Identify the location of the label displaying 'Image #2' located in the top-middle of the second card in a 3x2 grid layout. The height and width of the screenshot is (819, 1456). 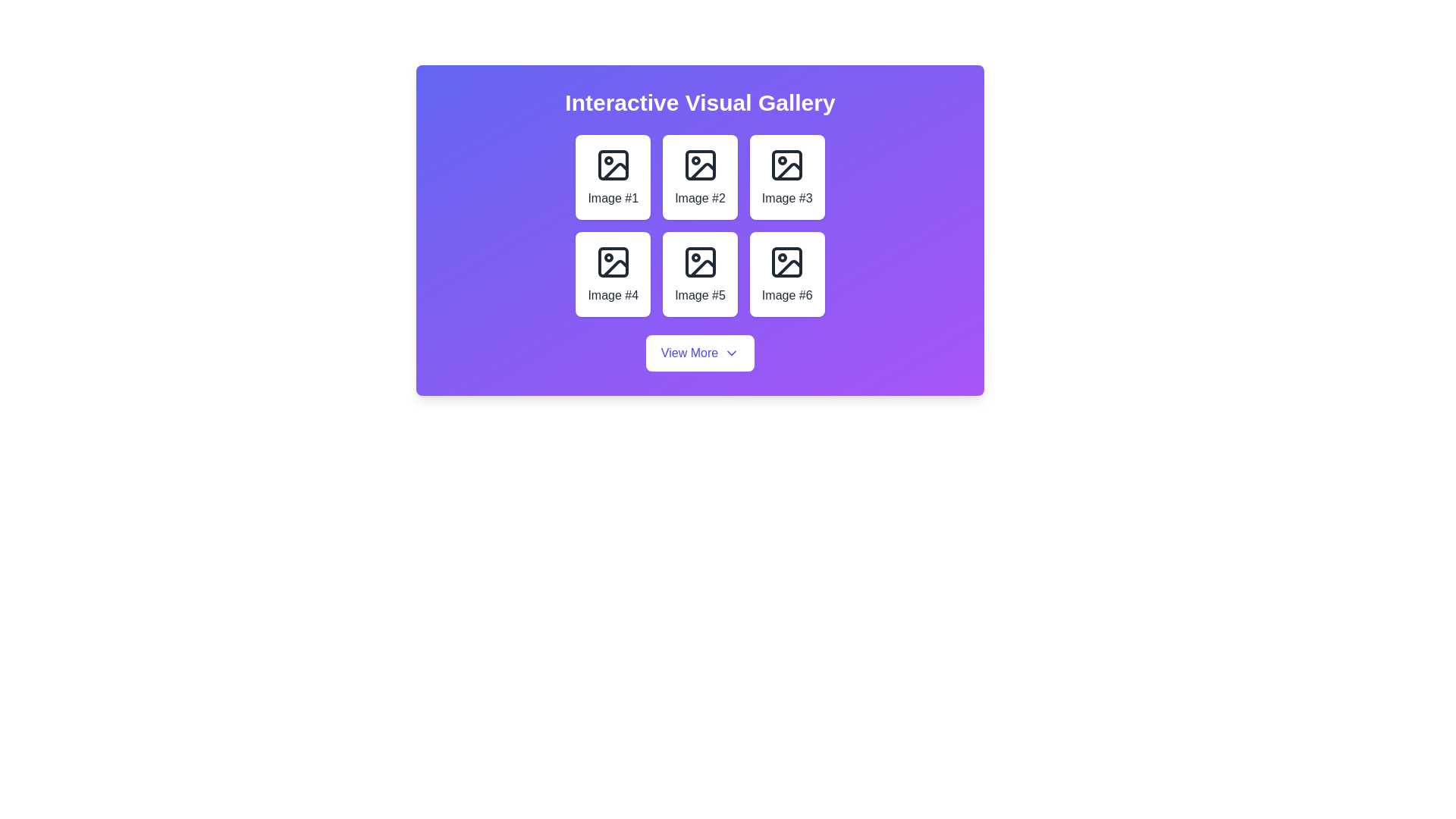
(699, 198).